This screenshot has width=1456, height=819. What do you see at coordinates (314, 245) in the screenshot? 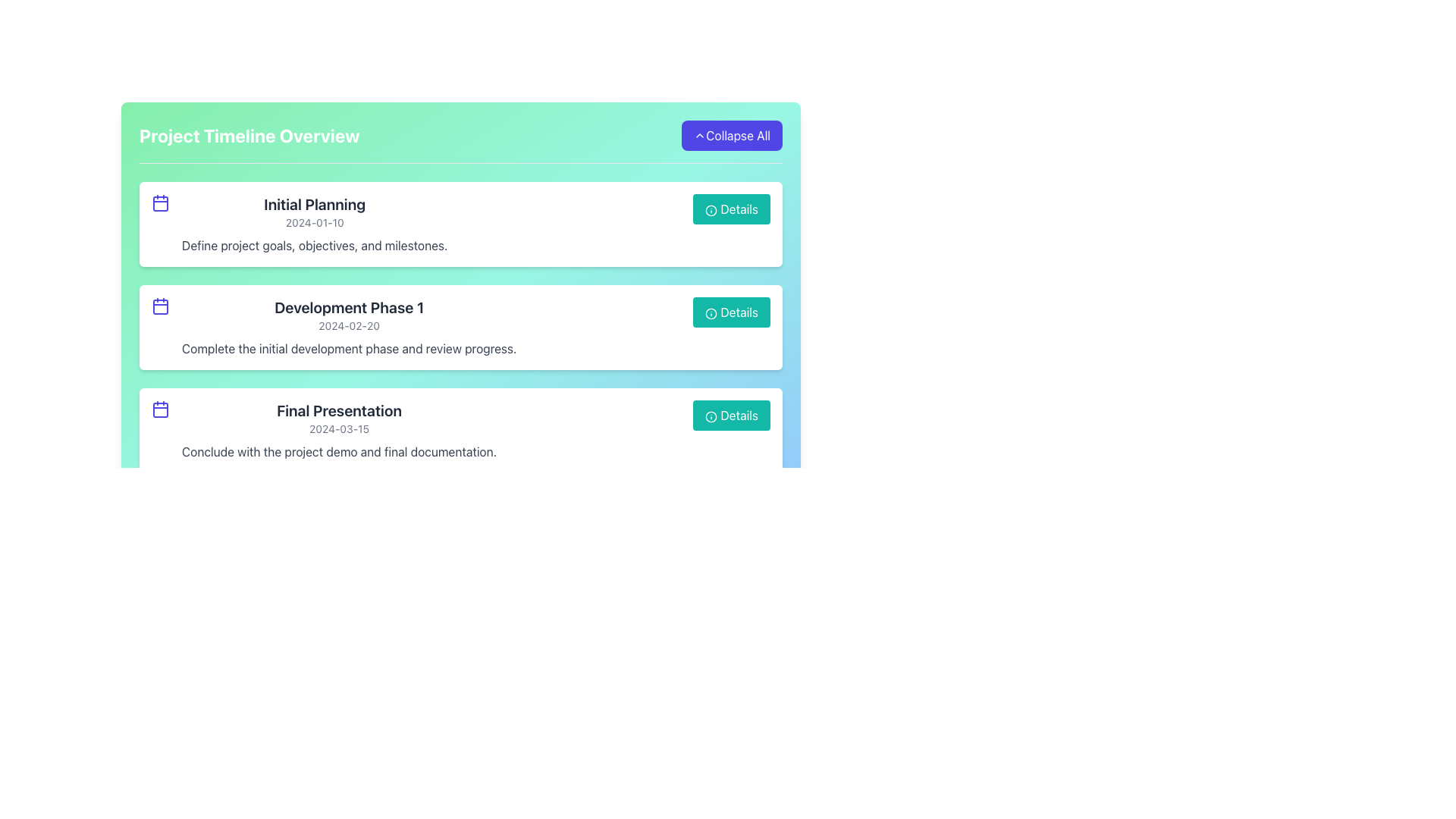
I see `the small gray text located under the main title and date in the 'Initial Planning' card of the timeline component` at bounding box center [314, 245].